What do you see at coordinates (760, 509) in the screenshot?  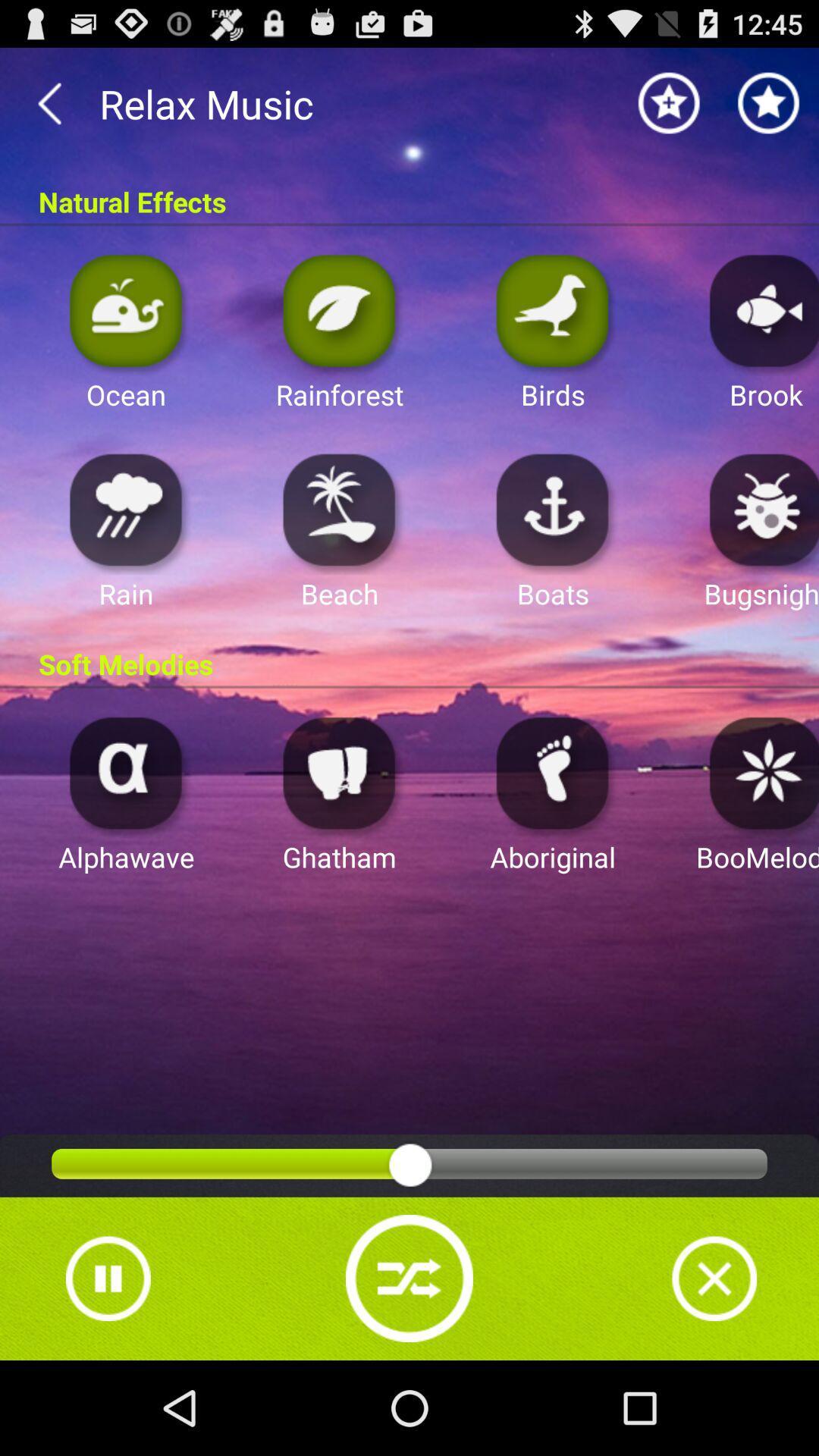 I see `bugsnight button` at bounding box center [760, 509].